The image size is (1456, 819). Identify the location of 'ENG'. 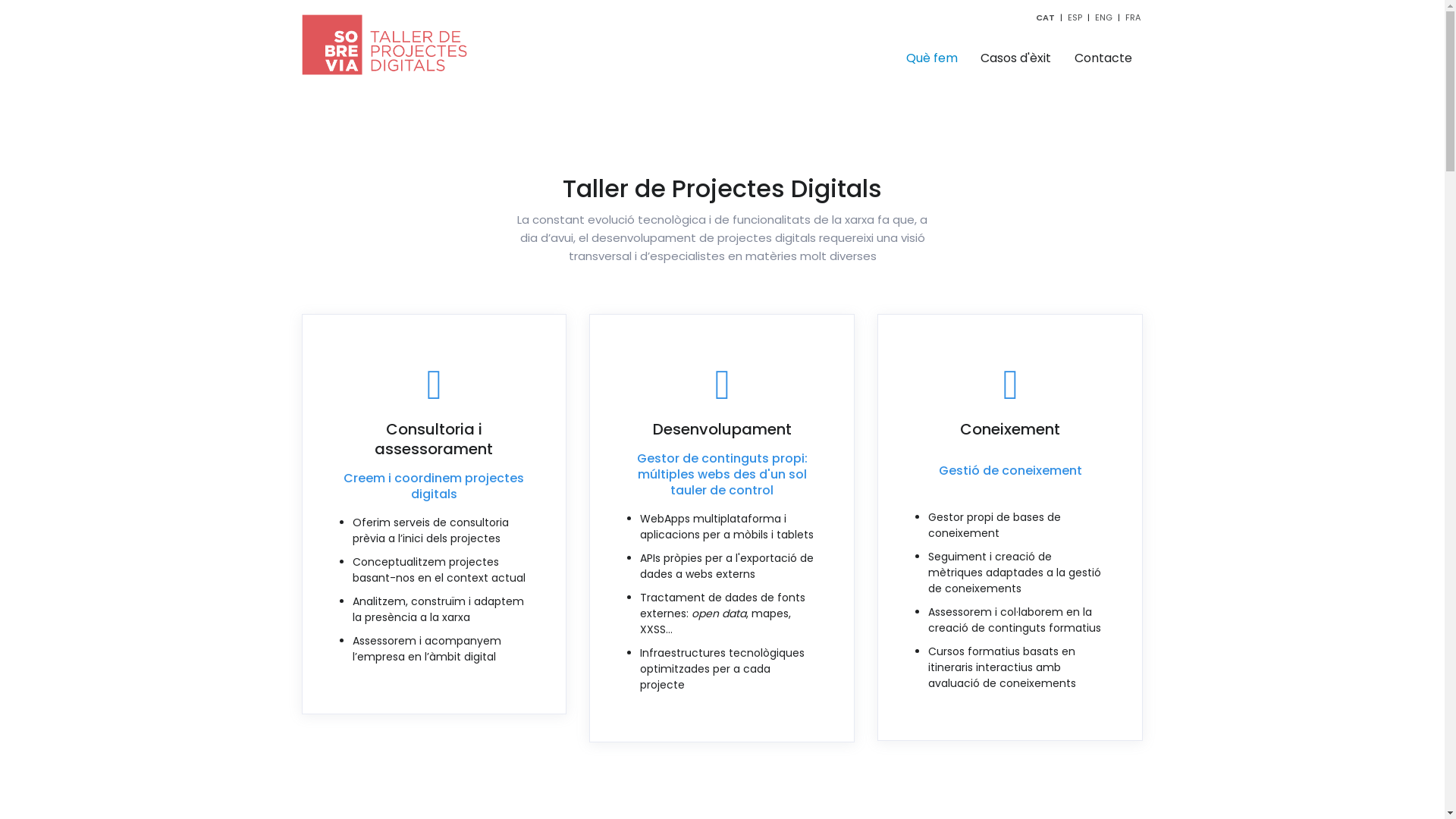
(1095, 17).